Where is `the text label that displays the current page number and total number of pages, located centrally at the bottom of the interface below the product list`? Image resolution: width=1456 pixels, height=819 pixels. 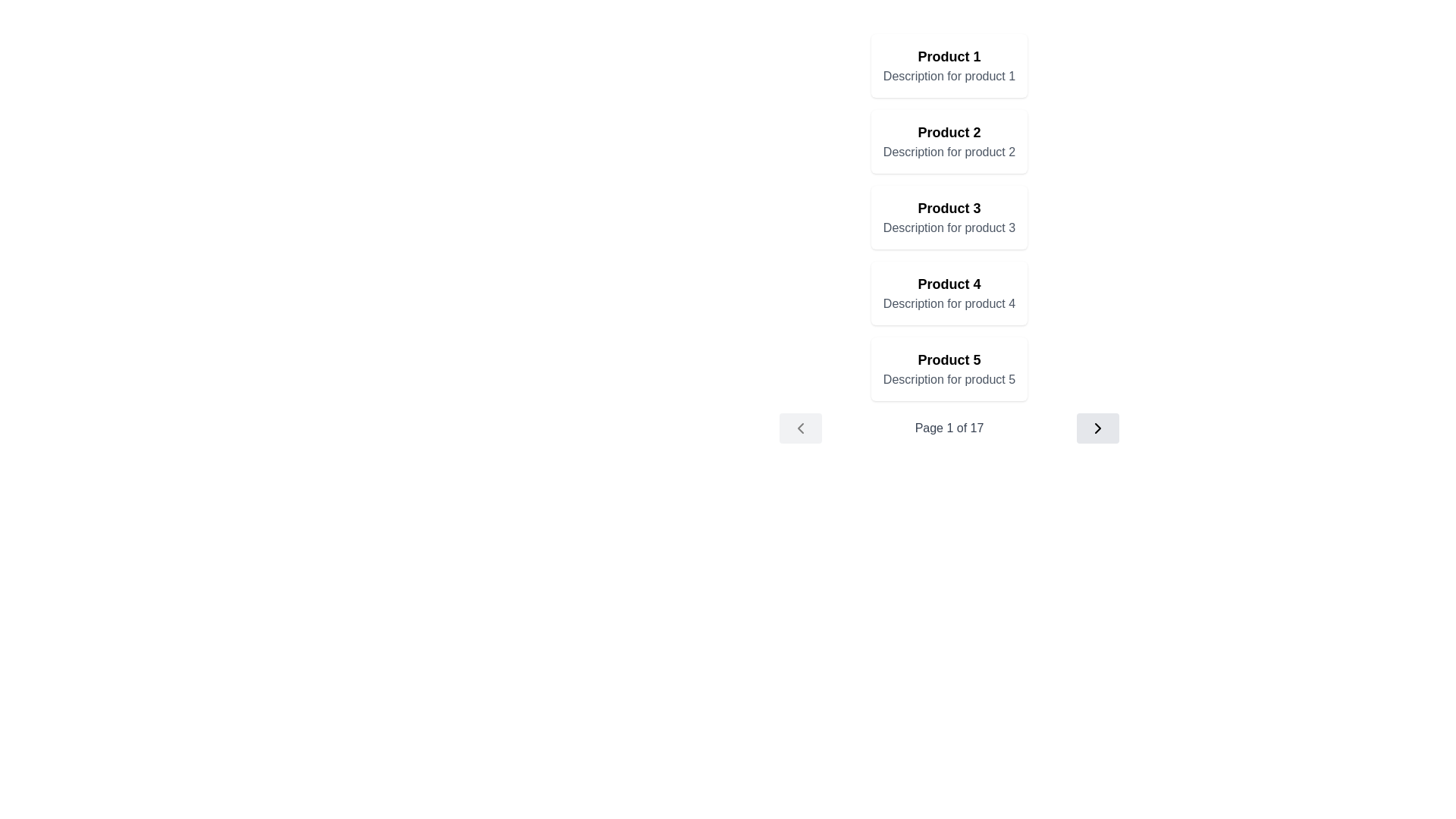
the text label that displays the current page number and total number of pages, located centrally at the bottom of the interface below the product list is located at coordinates (949, 428).